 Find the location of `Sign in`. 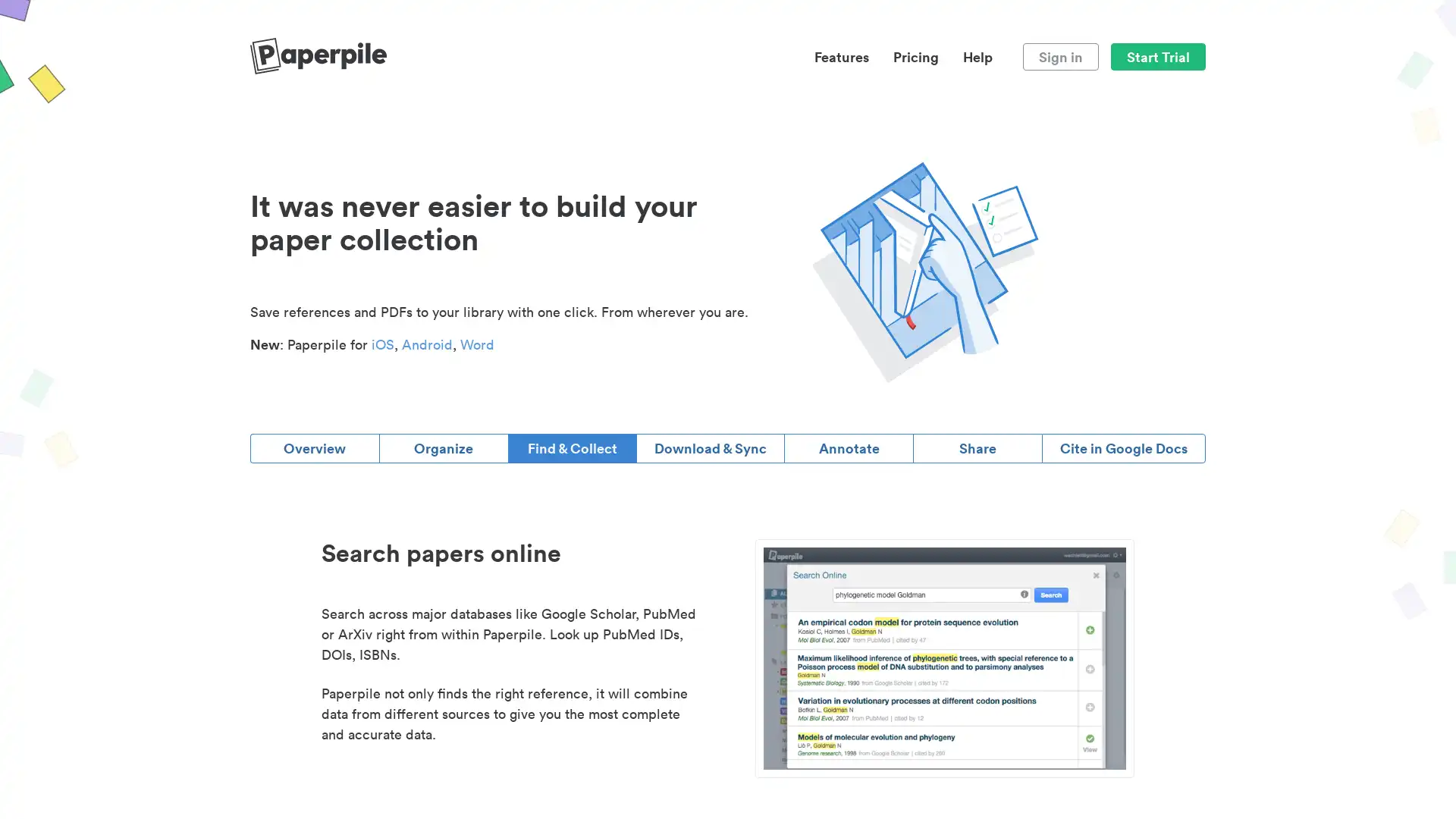

Sign in is located at coordinates (1059, 55).